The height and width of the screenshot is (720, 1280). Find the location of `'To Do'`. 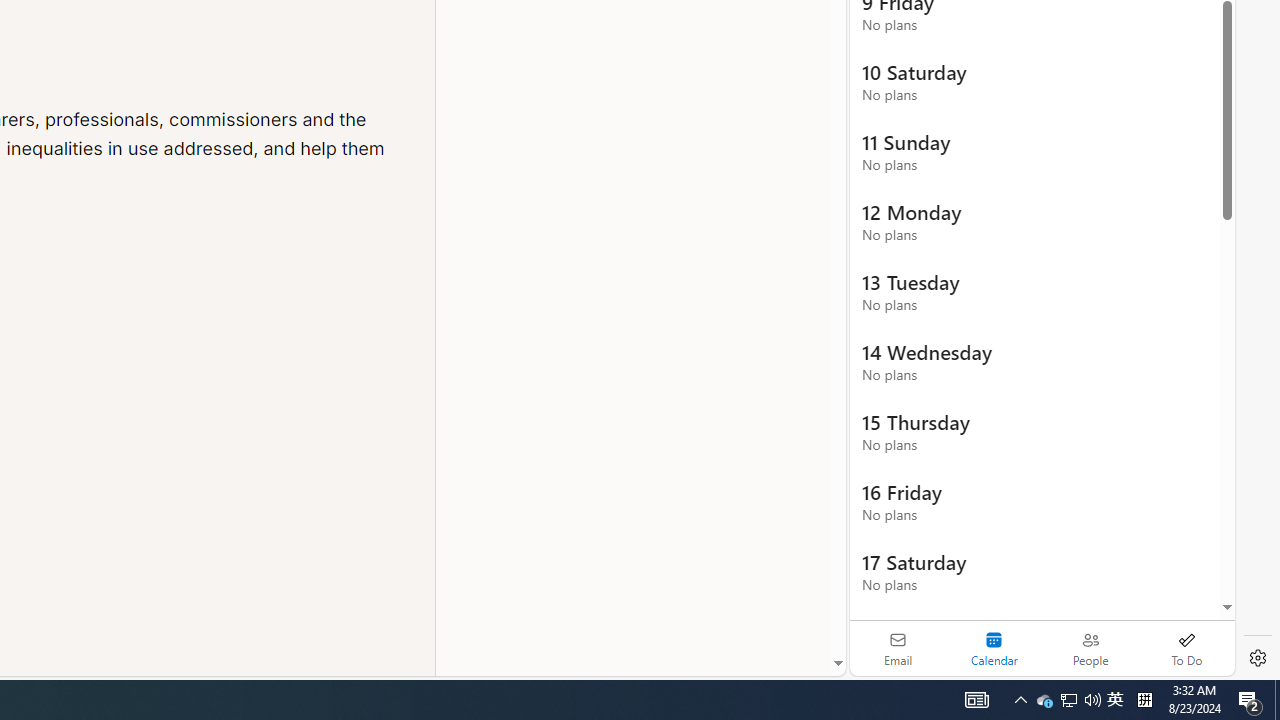

'To Do' is located at coordinates (1186, 648).